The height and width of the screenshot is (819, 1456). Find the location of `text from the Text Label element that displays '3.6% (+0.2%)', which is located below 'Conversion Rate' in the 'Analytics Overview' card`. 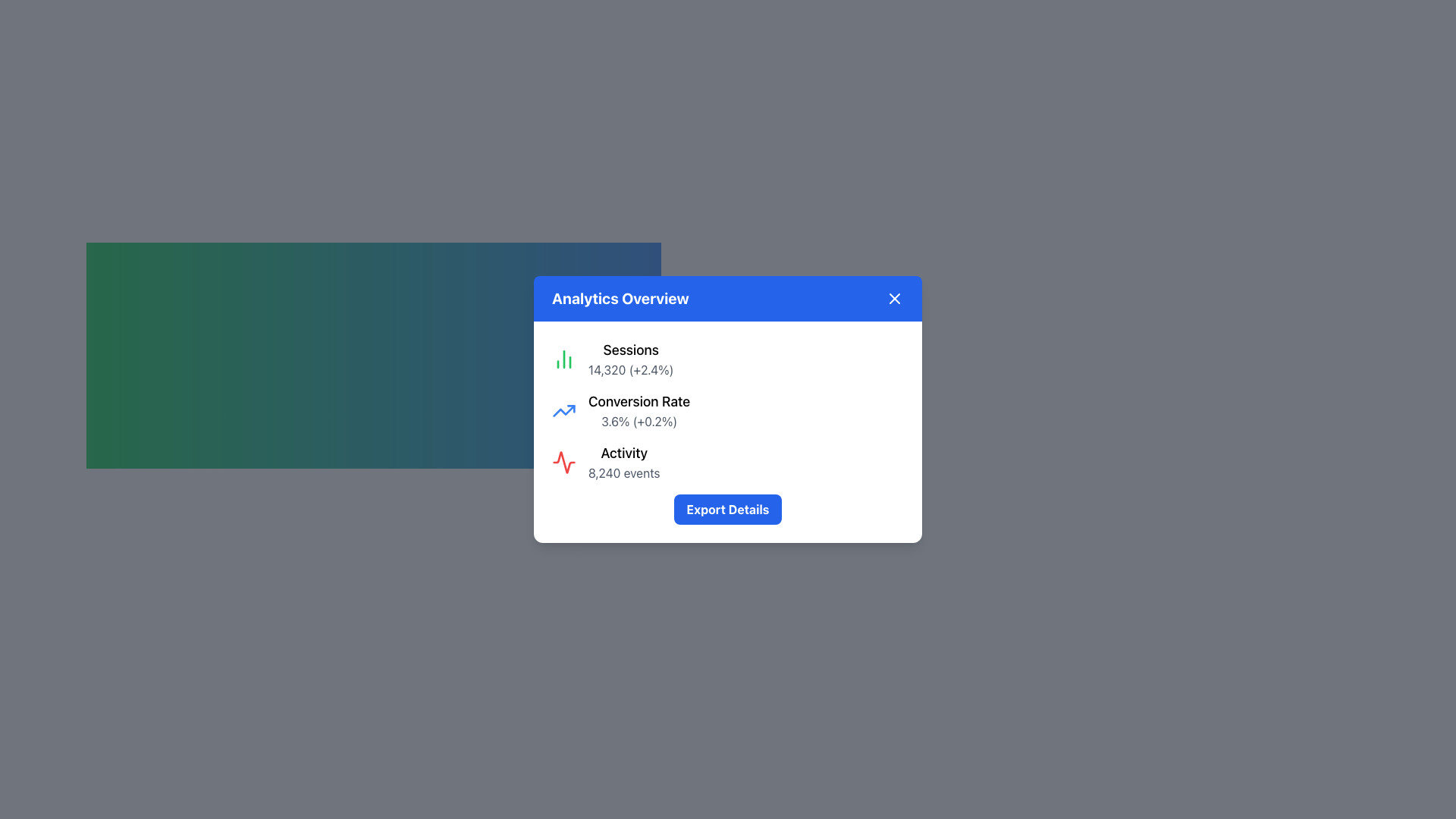

text from the Text Label element that displays '3.6% (+0.2%)', which is located below 'Conversion Rate' in the 'Analytics Overview' card is located at coordinates (639, 421).